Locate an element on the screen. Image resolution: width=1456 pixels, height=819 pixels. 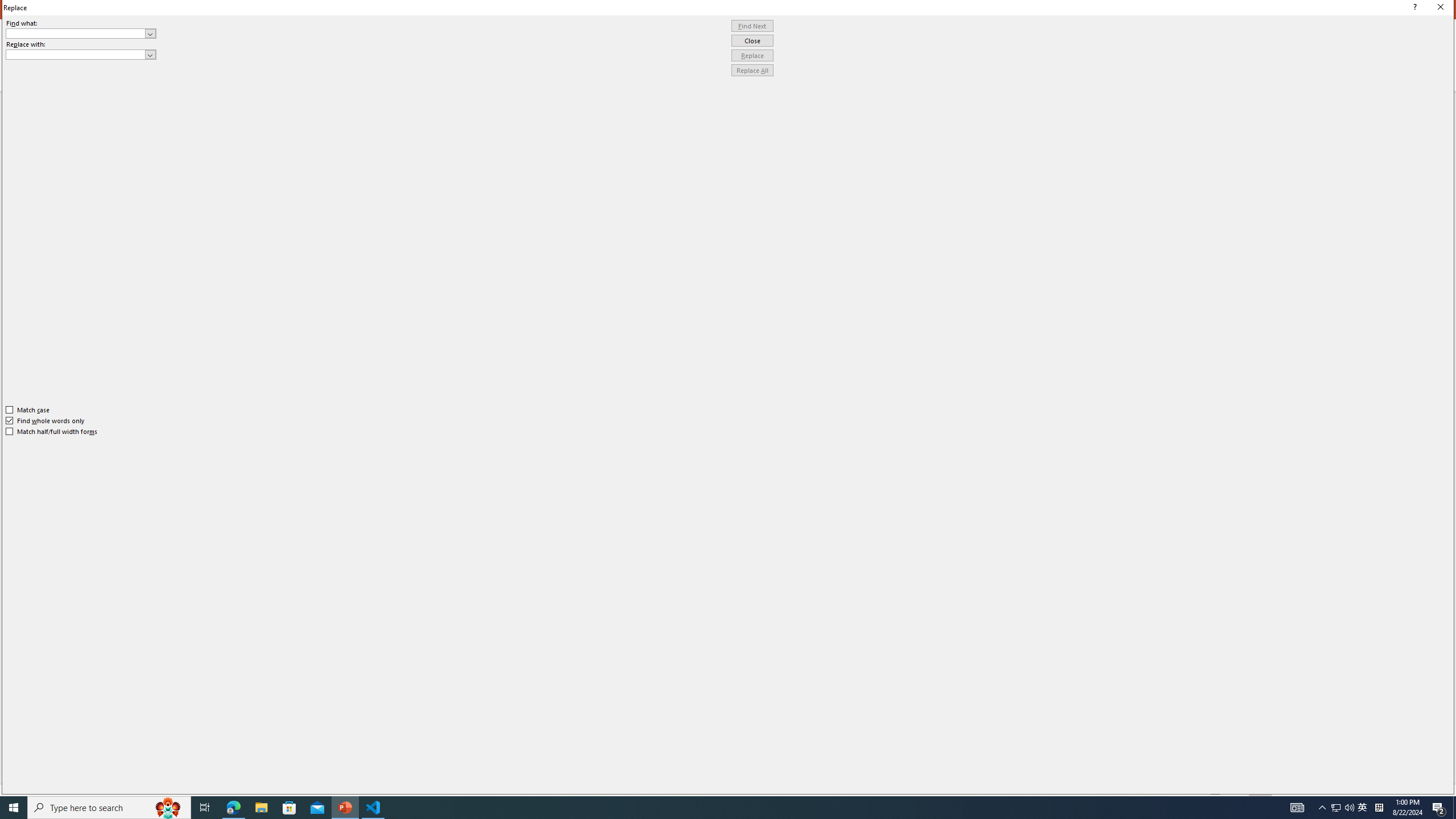
'Find whole words only' is located at coordinates (45, 420).